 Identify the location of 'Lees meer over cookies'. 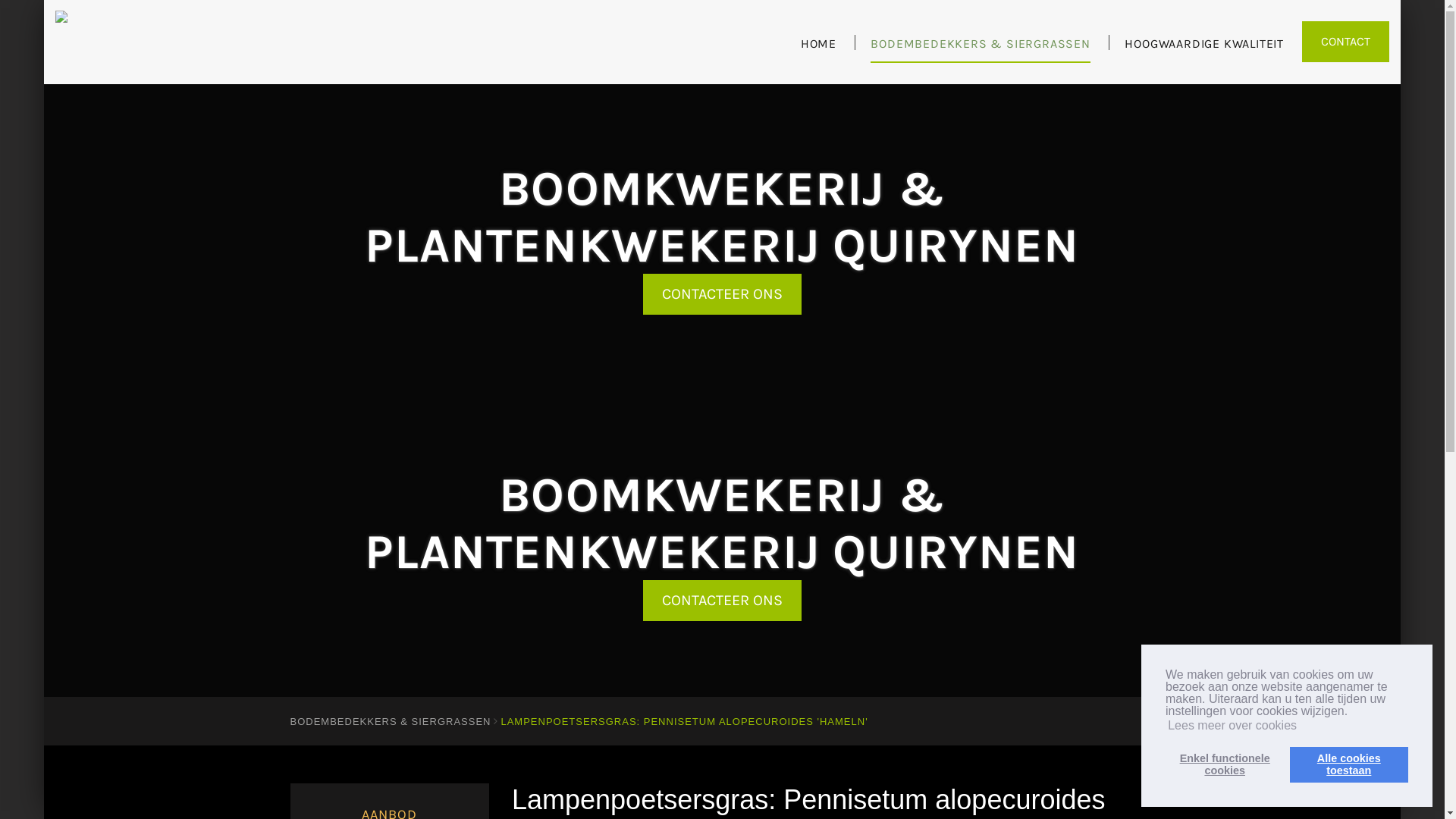
(1232, 724).